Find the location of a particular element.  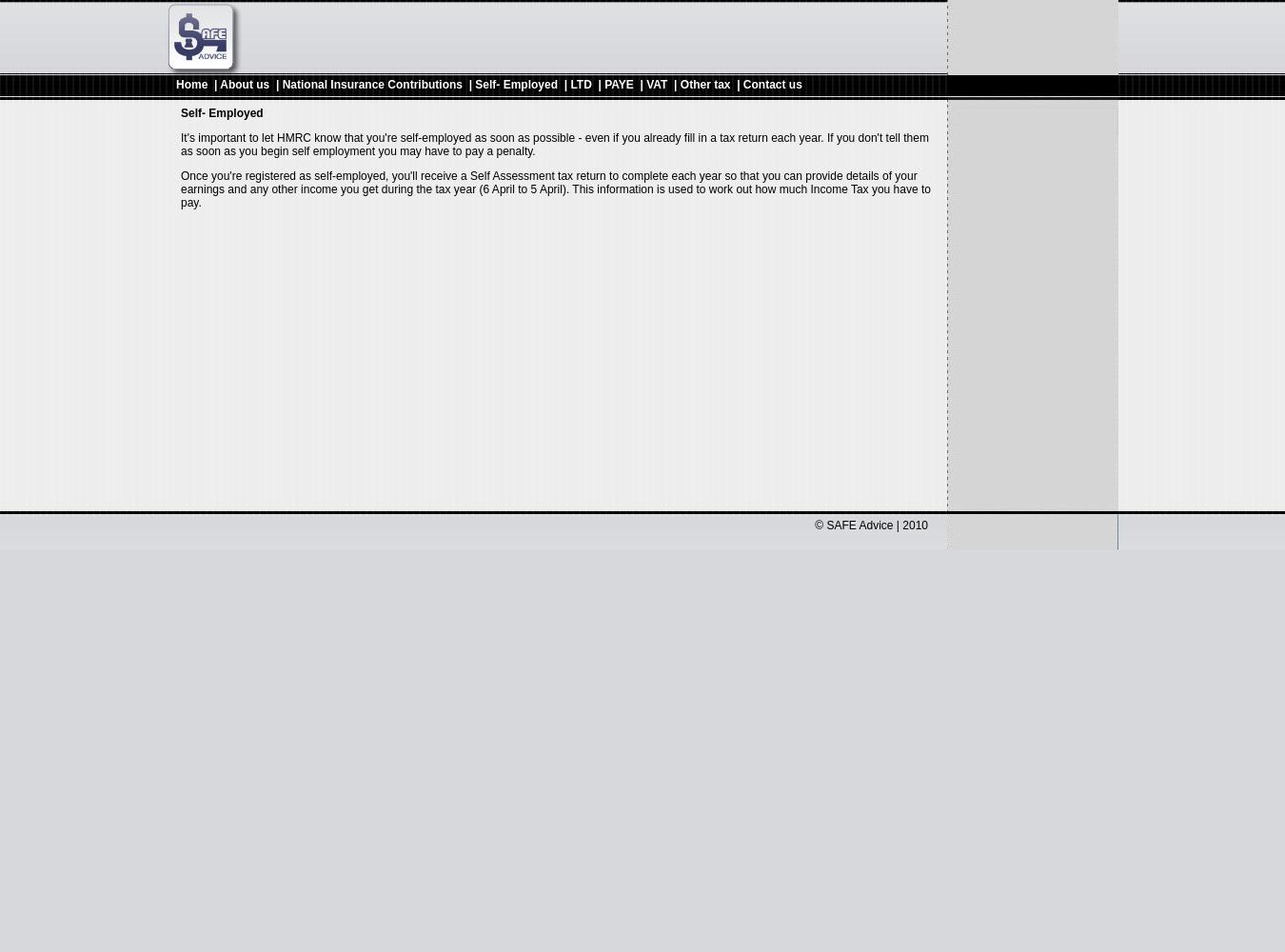

'About us' is located at coordinates (244, 84).